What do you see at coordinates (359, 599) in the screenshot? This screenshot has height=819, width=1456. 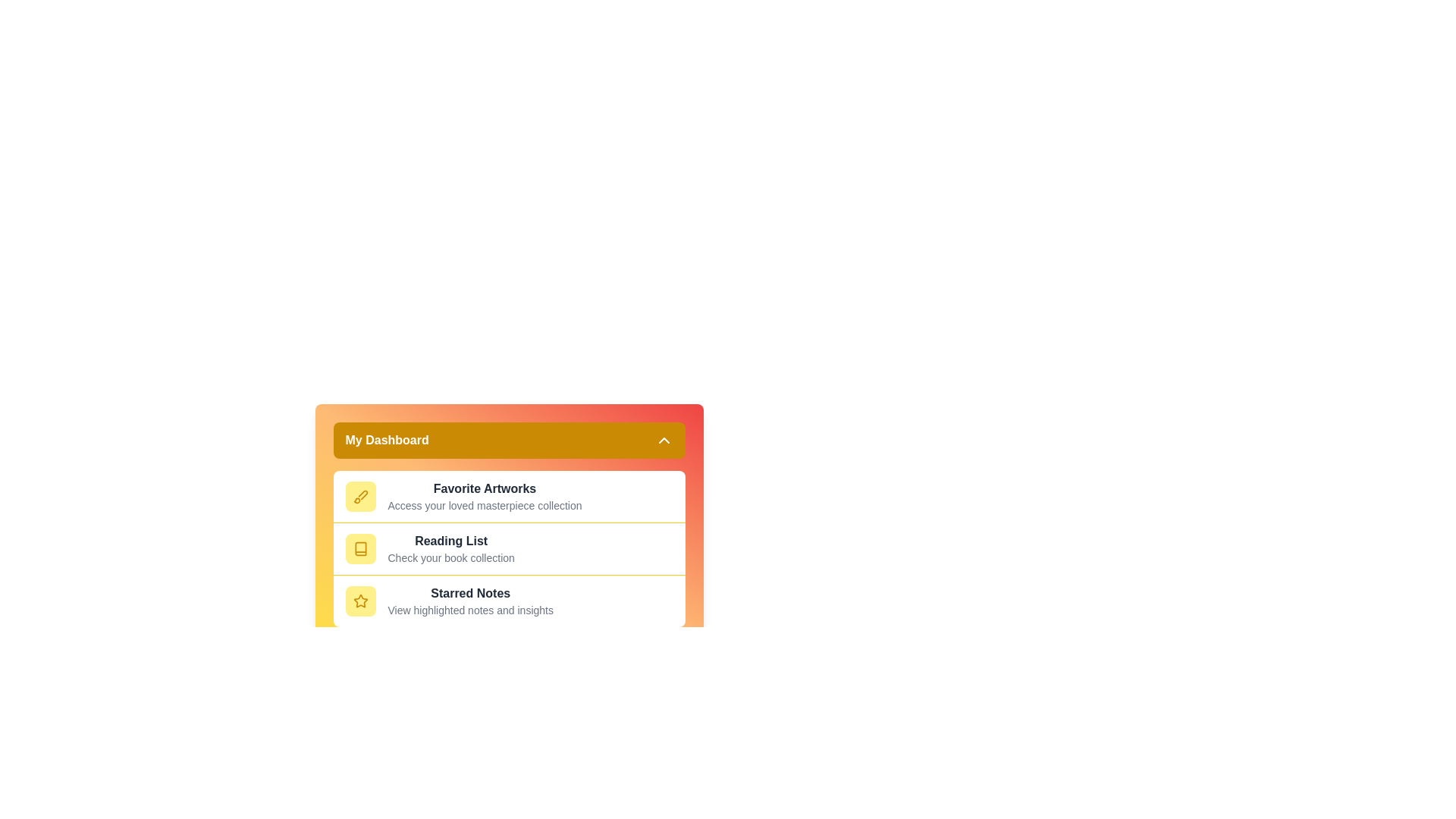 I see `the star icon located in the lower section of the dashboard menu to mark or unmark notes as starred` at bounding box center [359, 599].